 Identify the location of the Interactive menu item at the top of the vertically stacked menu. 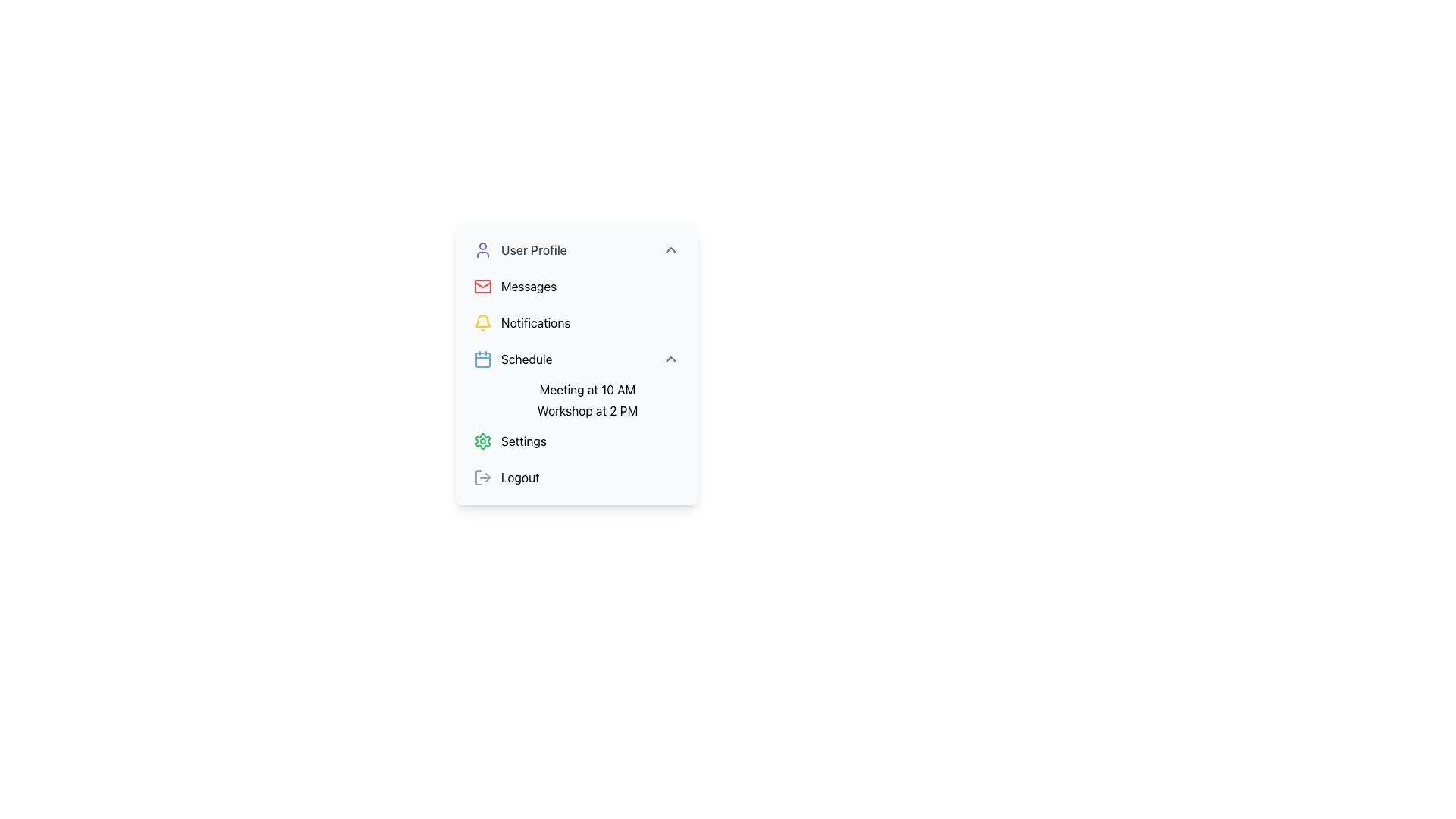
(576, 249).